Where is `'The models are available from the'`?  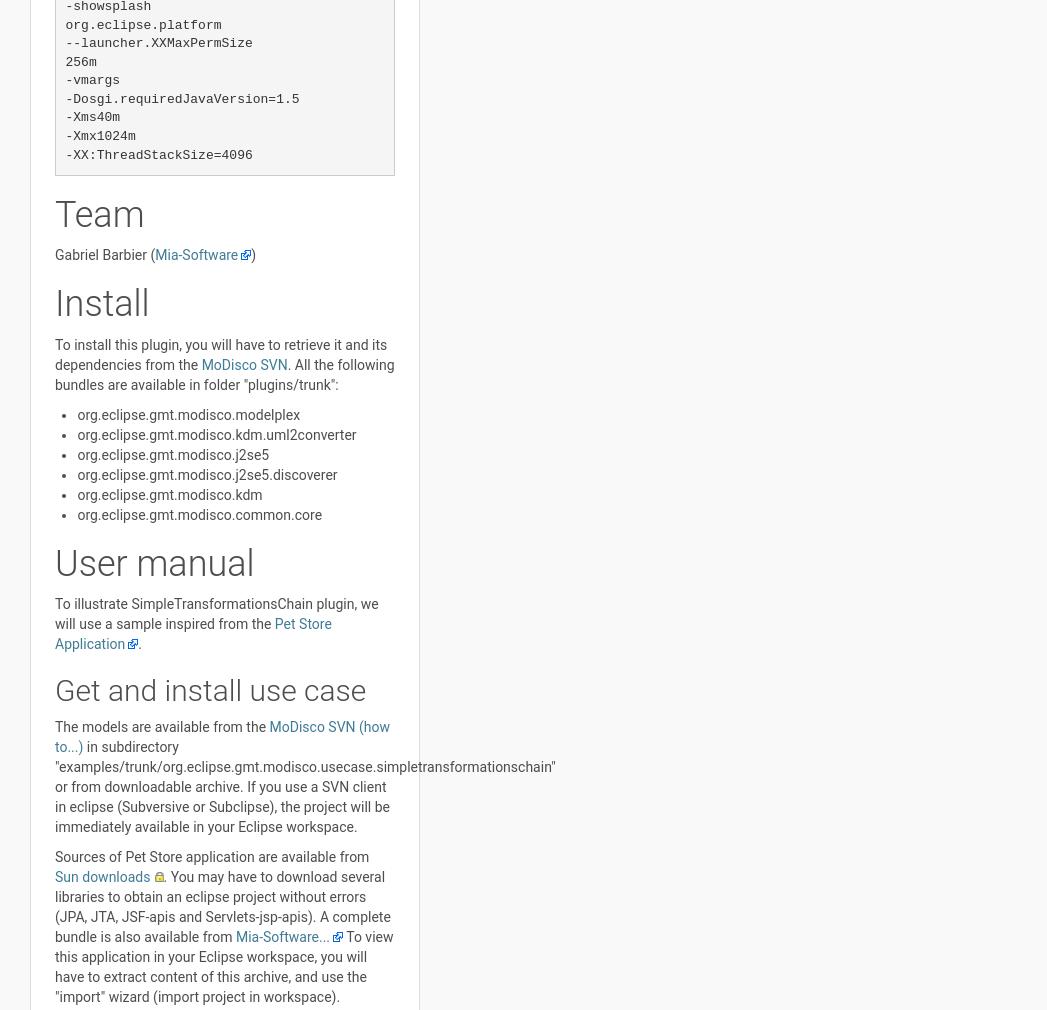 'The models are available from the' is located at coordinates (54, 725).